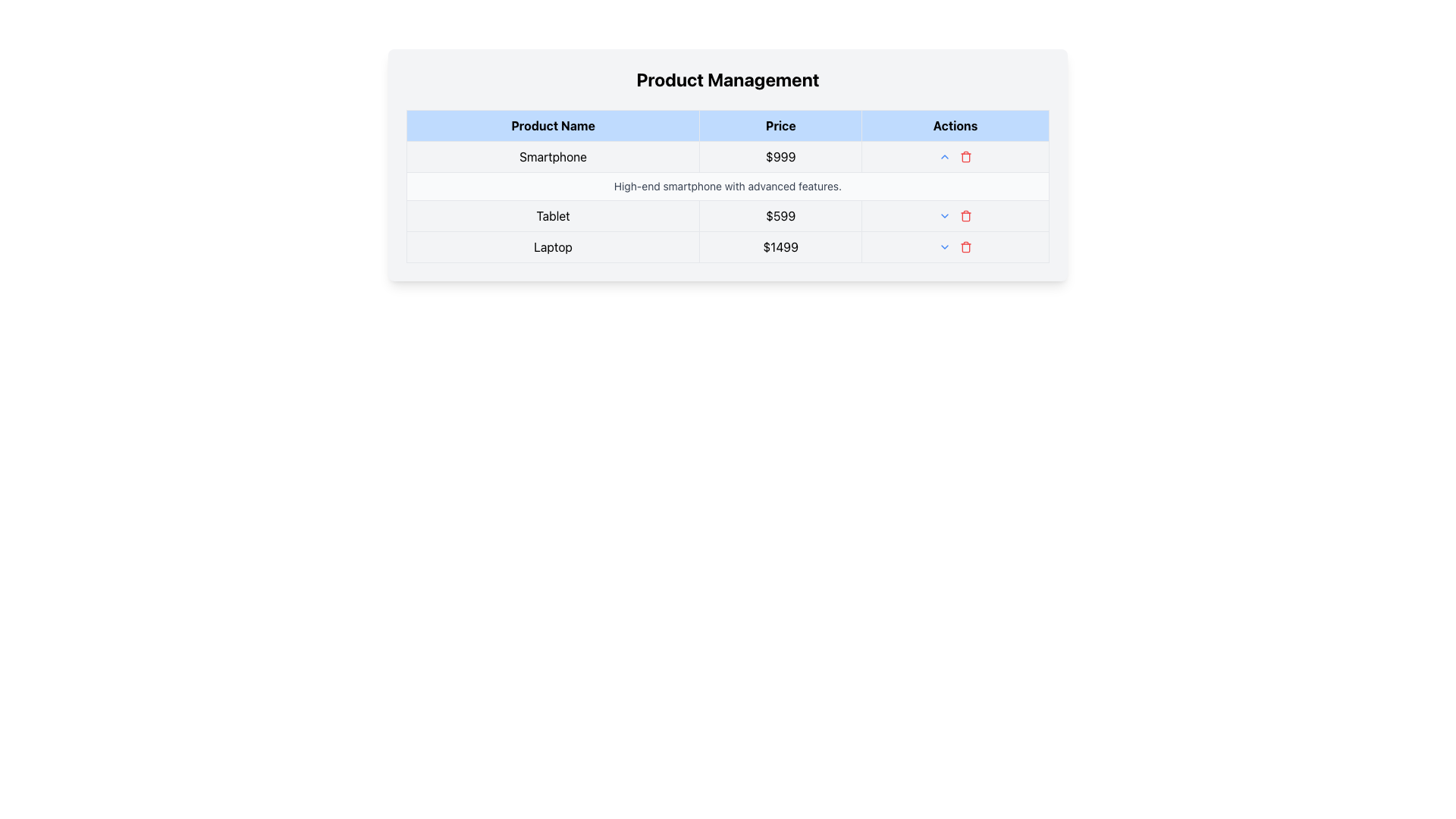 The image size is (1456, 819). Describe the element at coordinates (954, 157) in the screenshot. I see `the interactive buttons within the horizontally arranged Button Group located in the first row of the table under the 'Actions' column` at that location.